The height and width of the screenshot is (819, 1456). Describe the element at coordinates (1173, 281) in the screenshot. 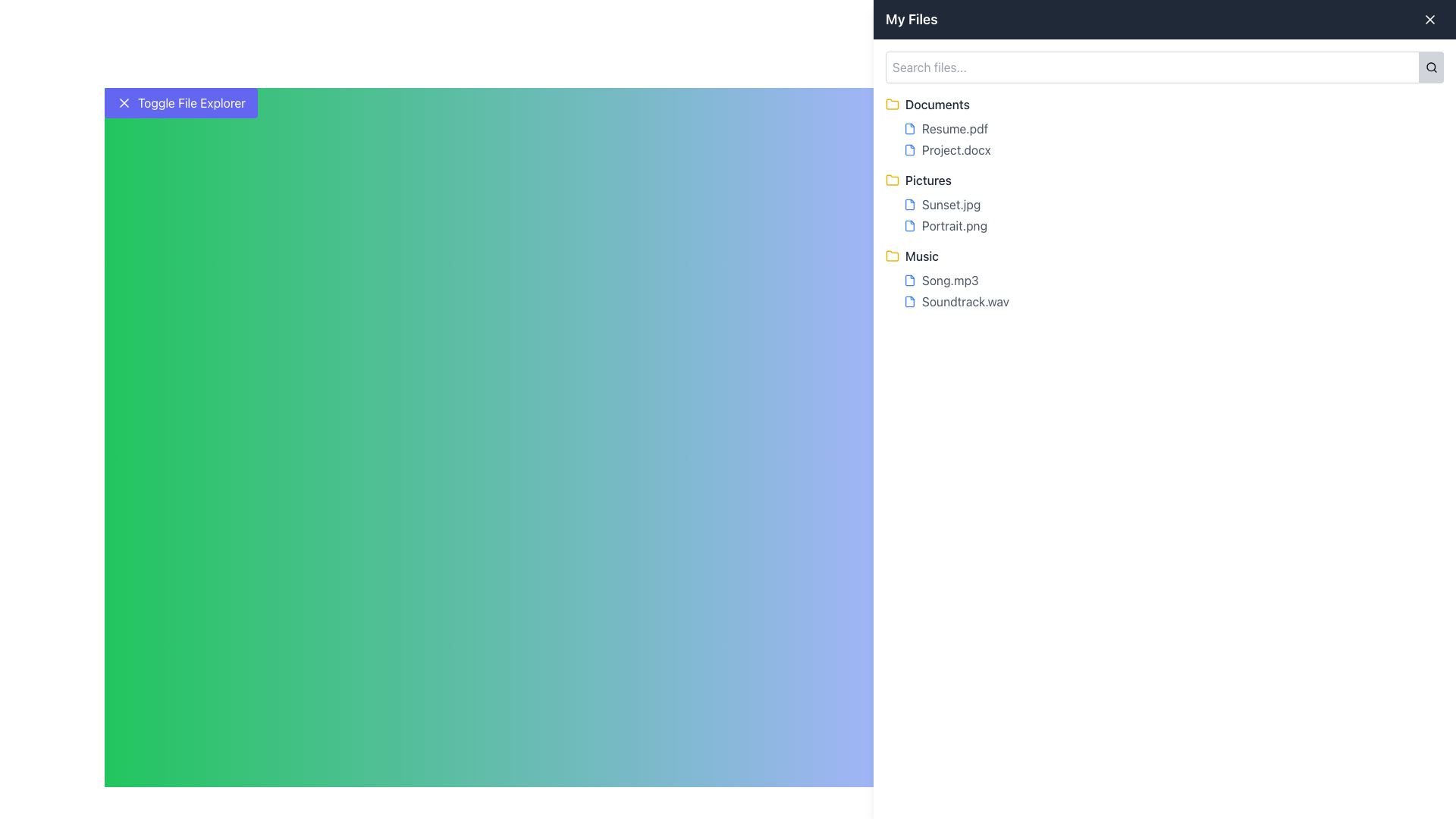

I see `the first file item` at that location.